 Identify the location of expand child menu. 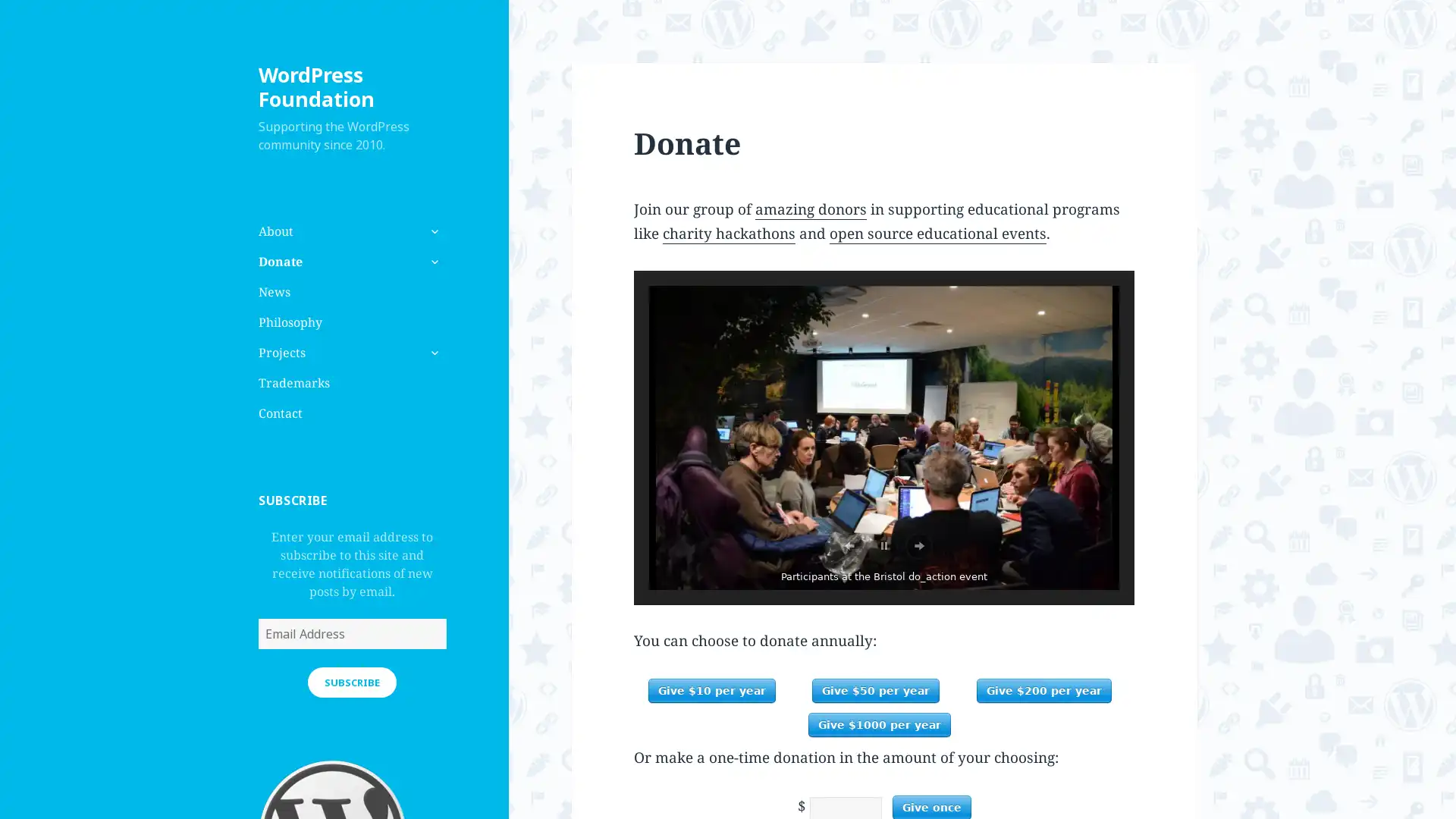
(432, 353).